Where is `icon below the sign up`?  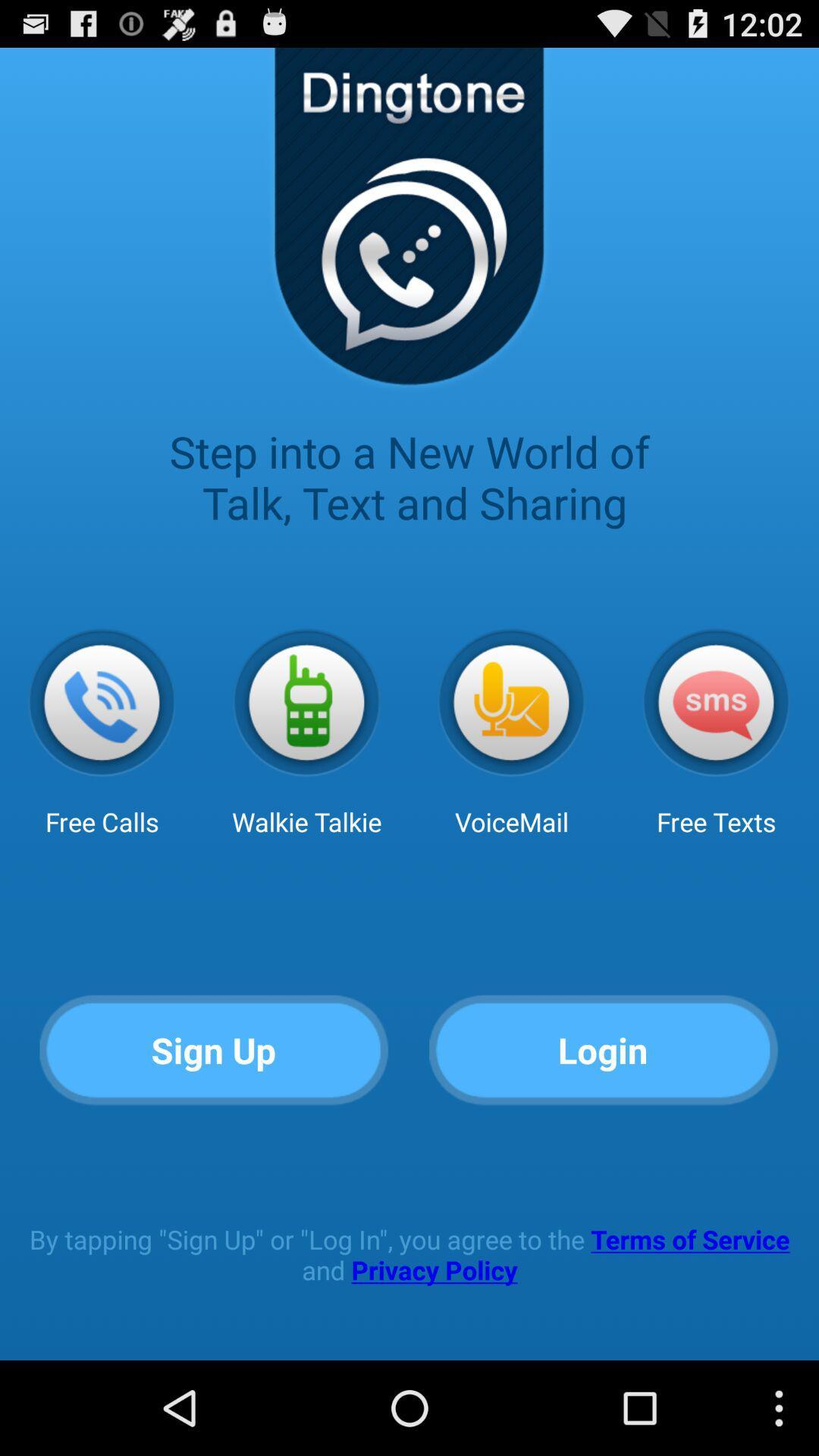
icon below the sign up is located at coordinates (409, 1254).